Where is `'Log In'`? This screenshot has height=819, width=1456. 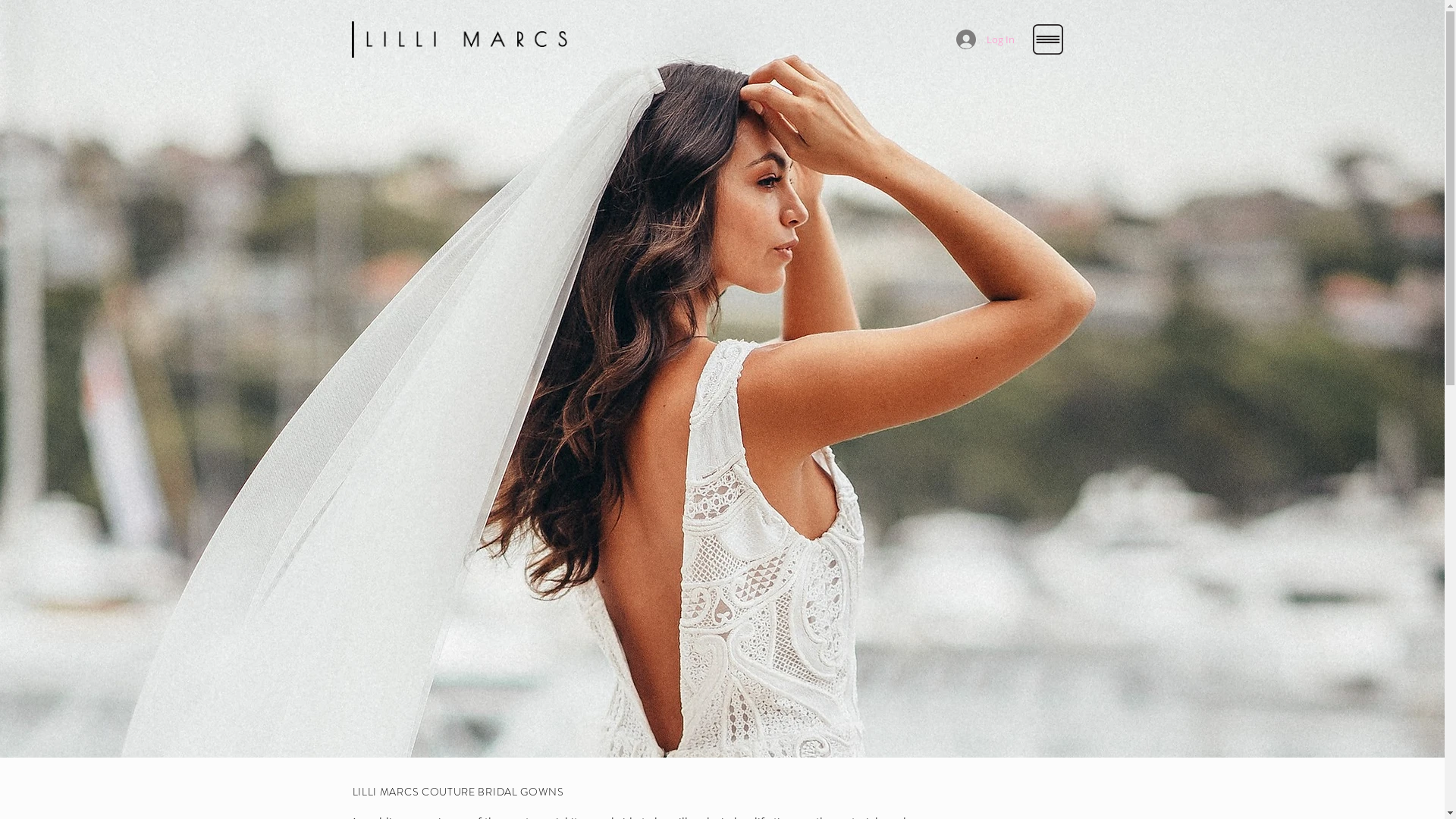
'Log In' is located at coordinates (984, 38).